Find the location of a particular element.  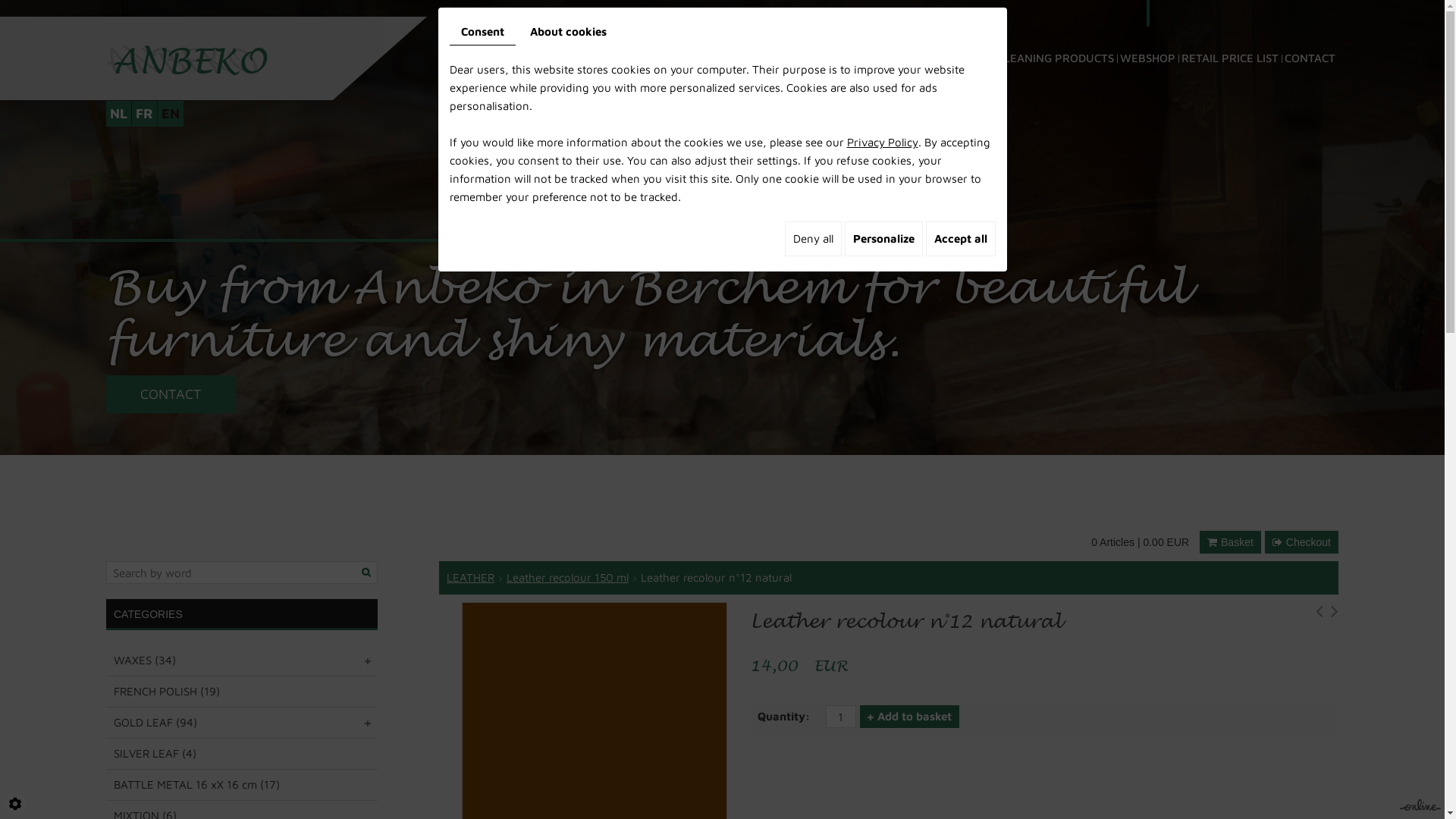

'LEATHER' is located at coordinates (469, 577).